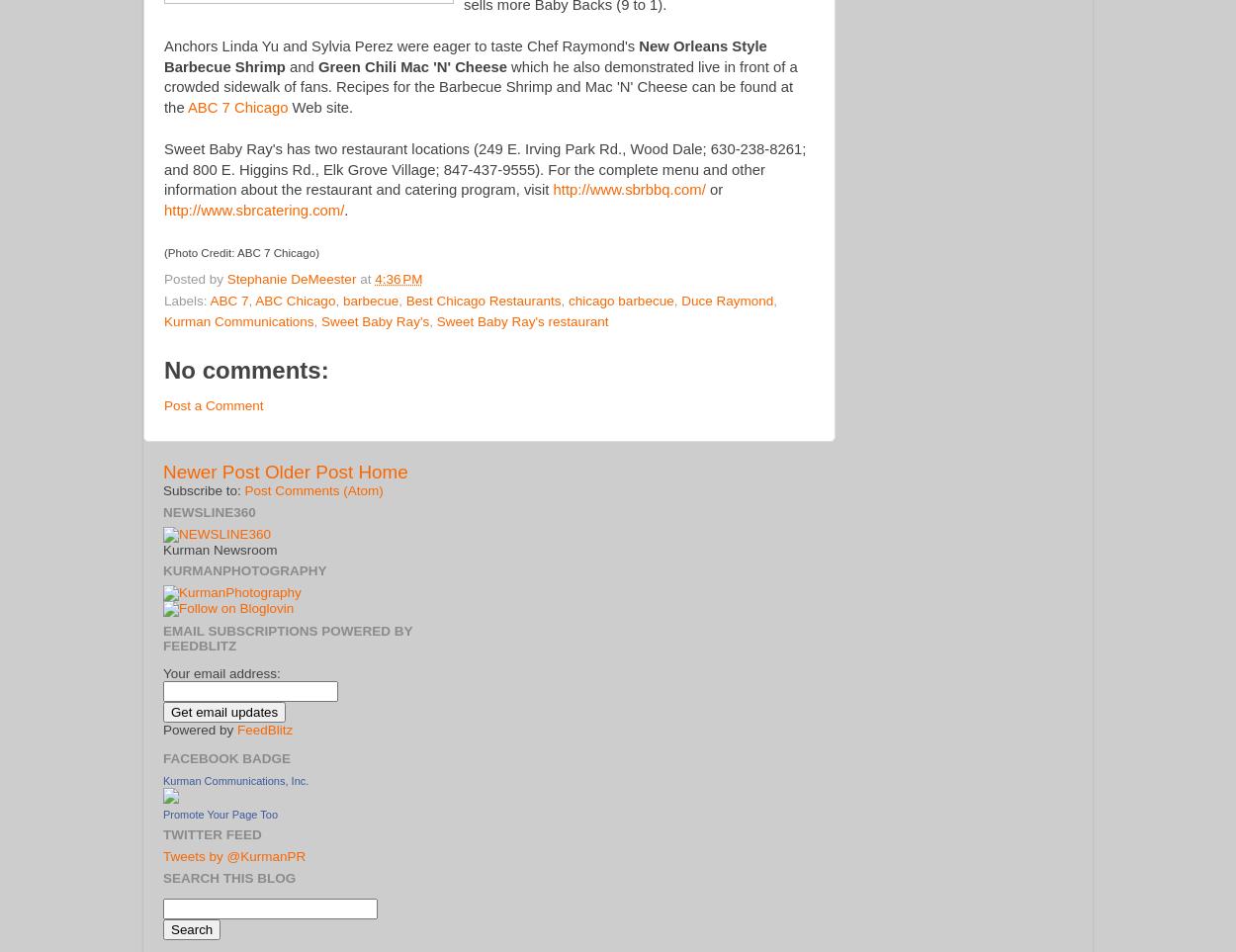  I want to click on 'ABC Chicago', so click(295, 299).